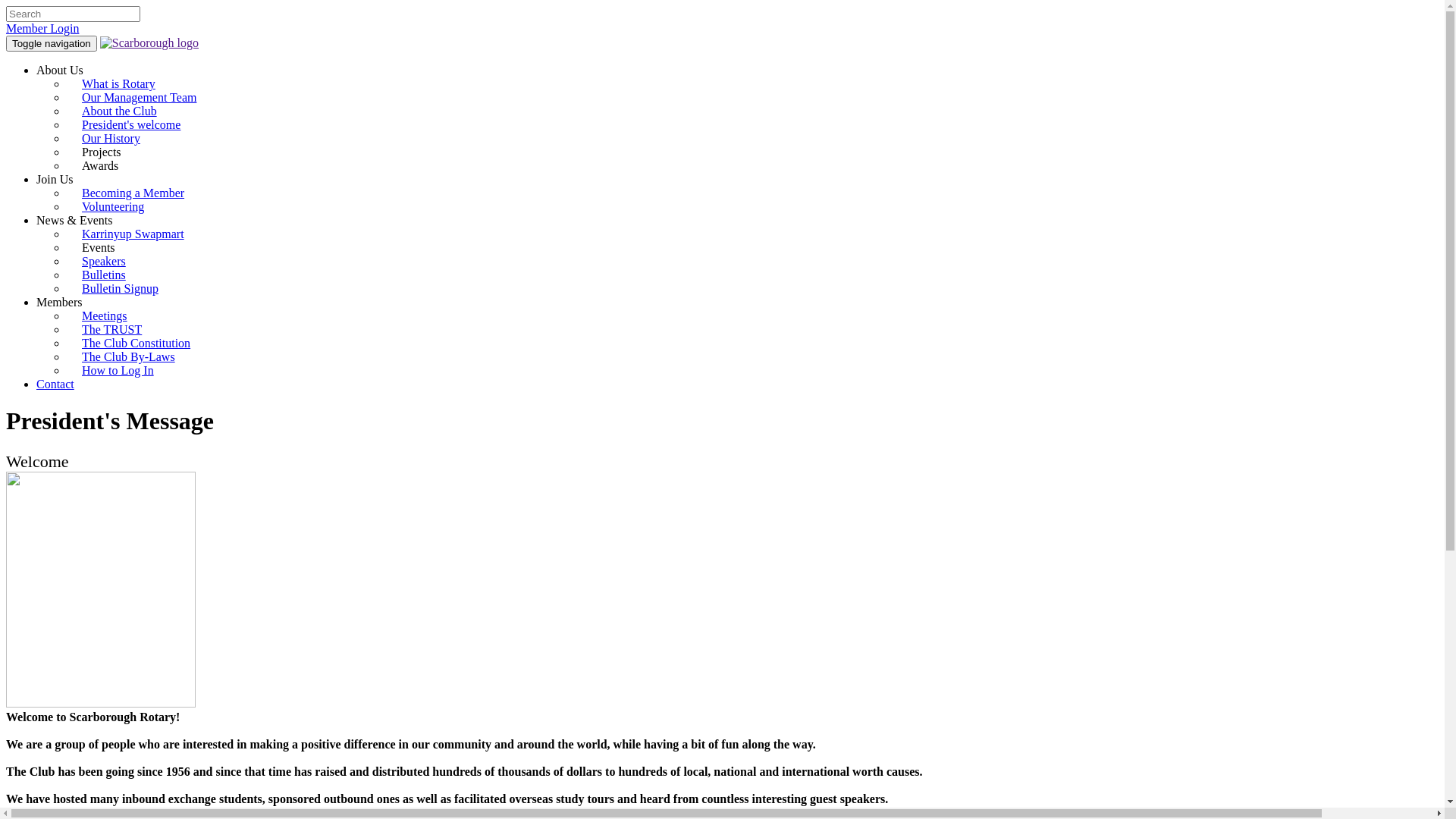  Describe the element at coordinates (36, 70) in the screenshot. I see `'About Us'` at that location.